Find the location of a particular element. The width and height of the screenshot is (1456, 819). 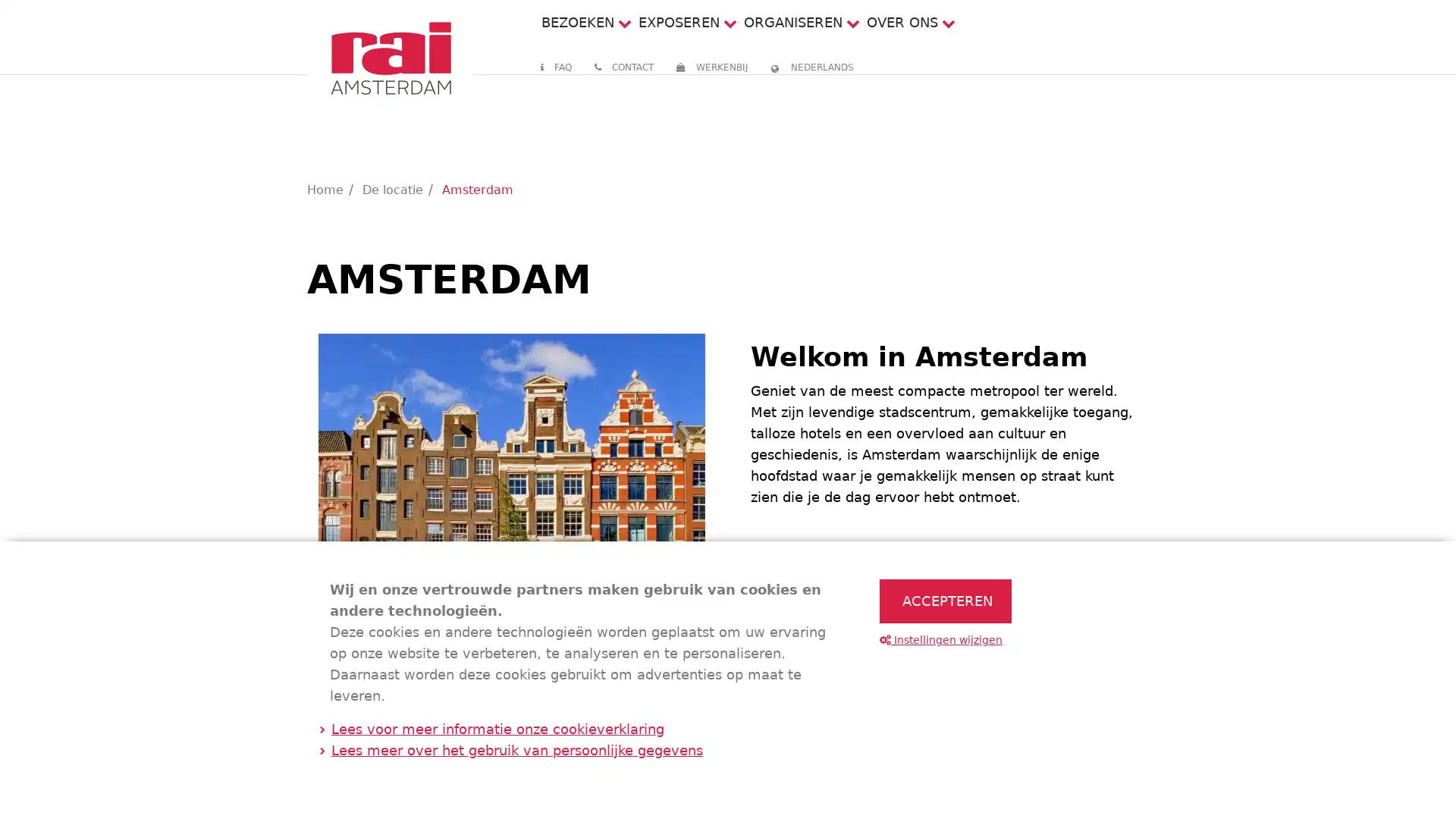

ORGANISEREN is located at coordinates (792, 22).